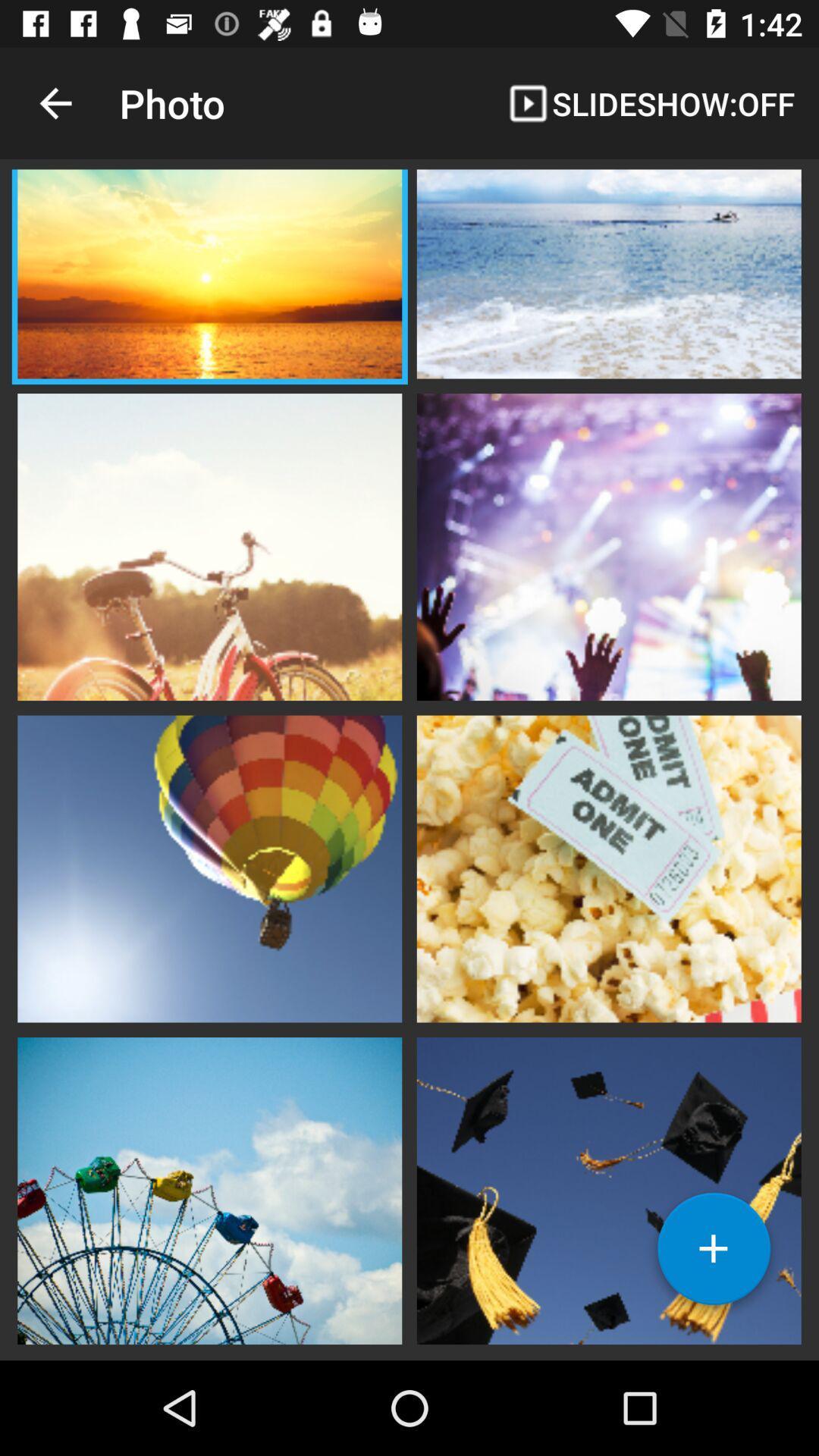 This screenshot has width=819, height=1456. Describe the element at coordinates (608, 545) in the screenshot. I see `open image` at that location.